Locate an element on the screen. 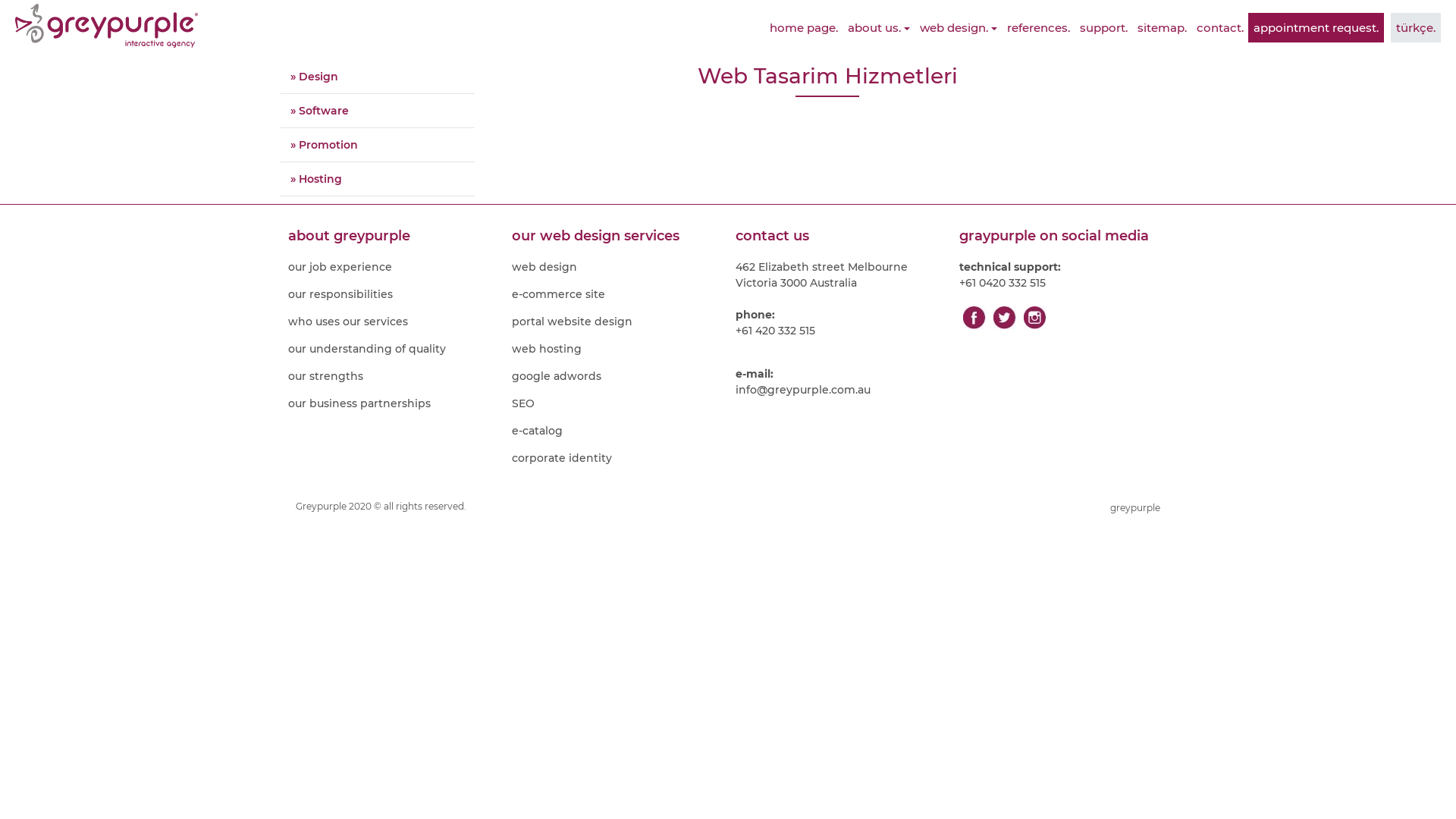 This screenshot has width=1456, height=819. 'graypurple on social media' is located at coordinates (959, 236).